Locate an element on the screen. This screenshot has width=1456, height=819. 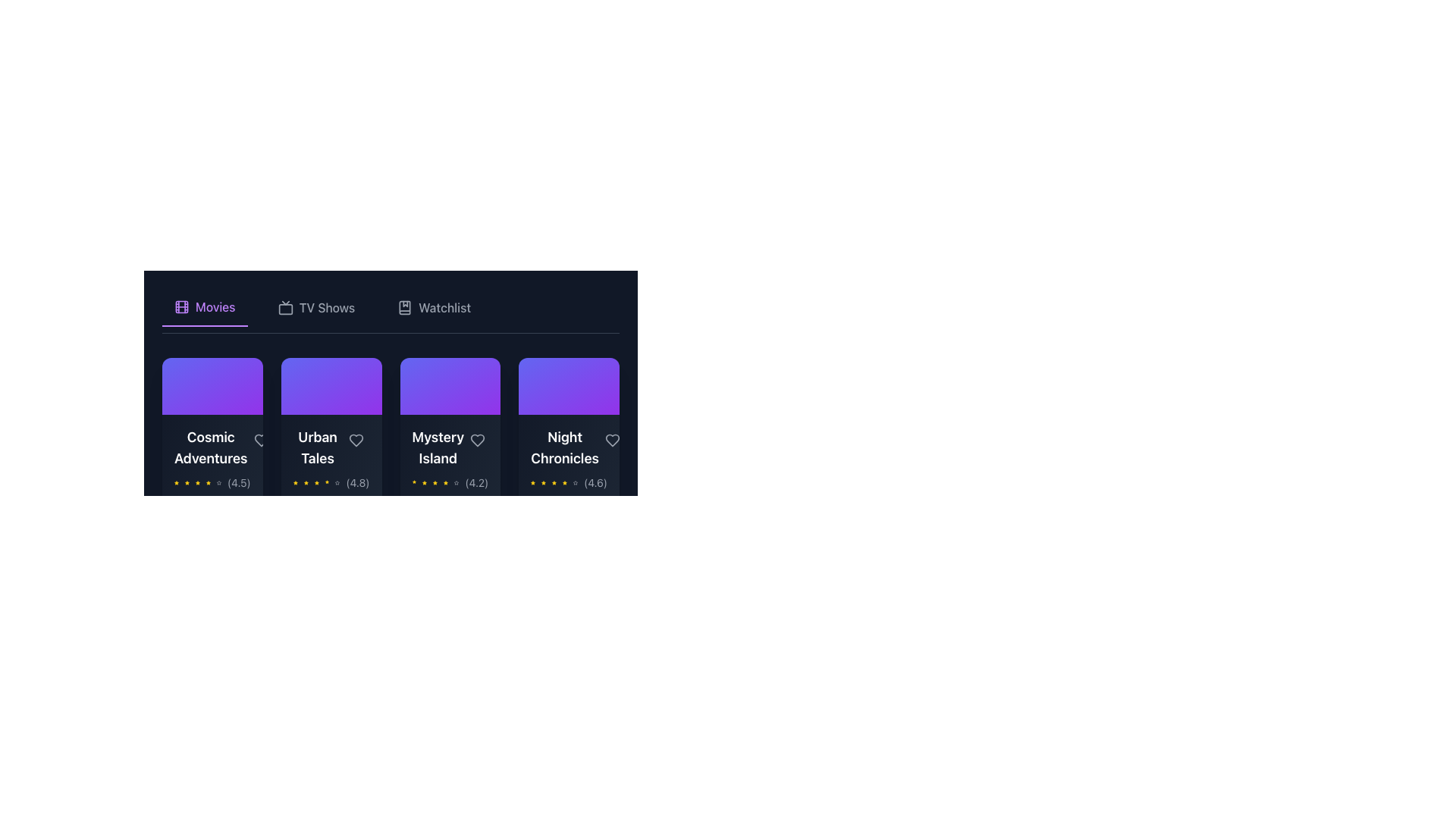
the Rating display element for the movie 'Urban Tales', positioned between the title and genre description is located at coordinates (331, 482).